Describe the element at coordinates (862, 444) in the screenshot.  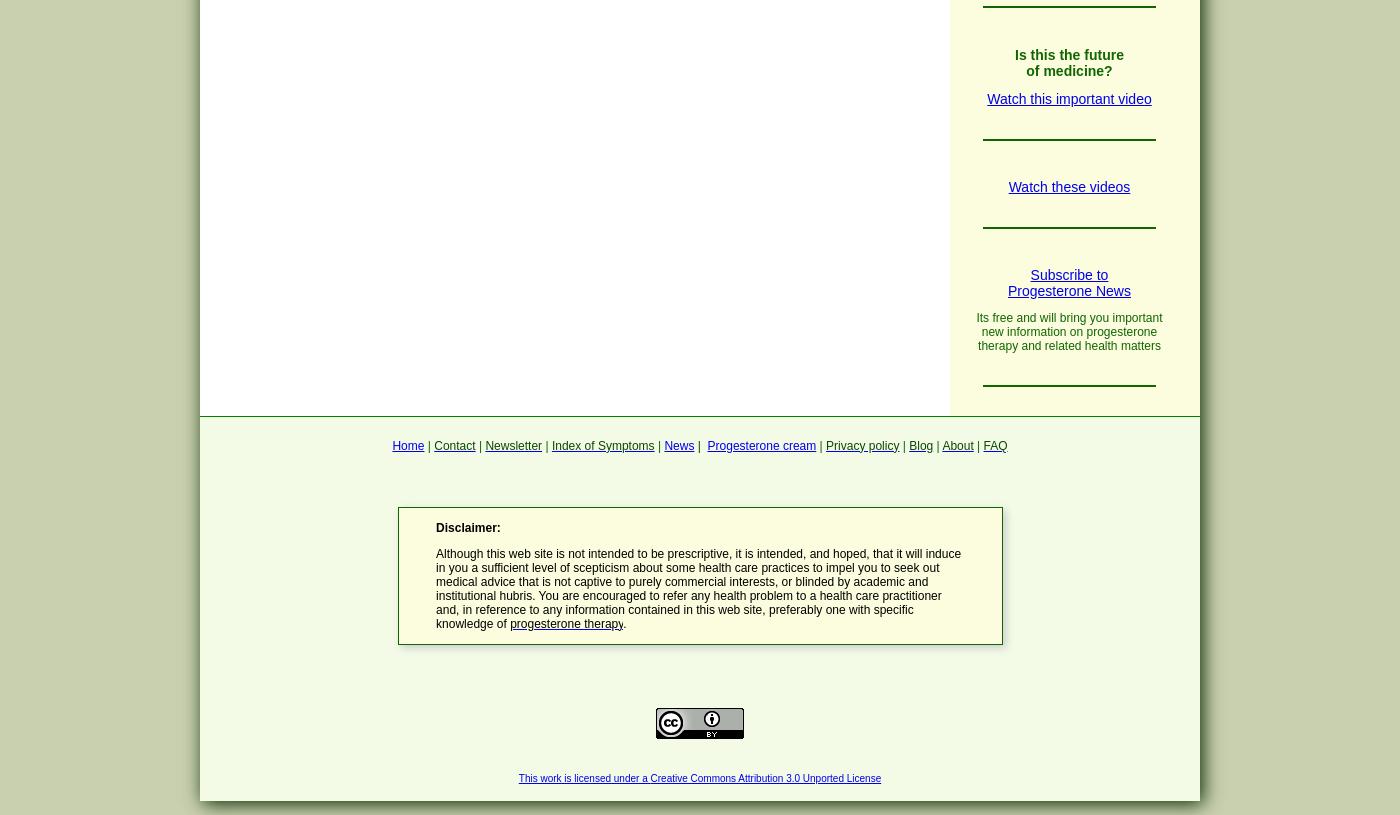
I see `'Privacy policy'` at that location.